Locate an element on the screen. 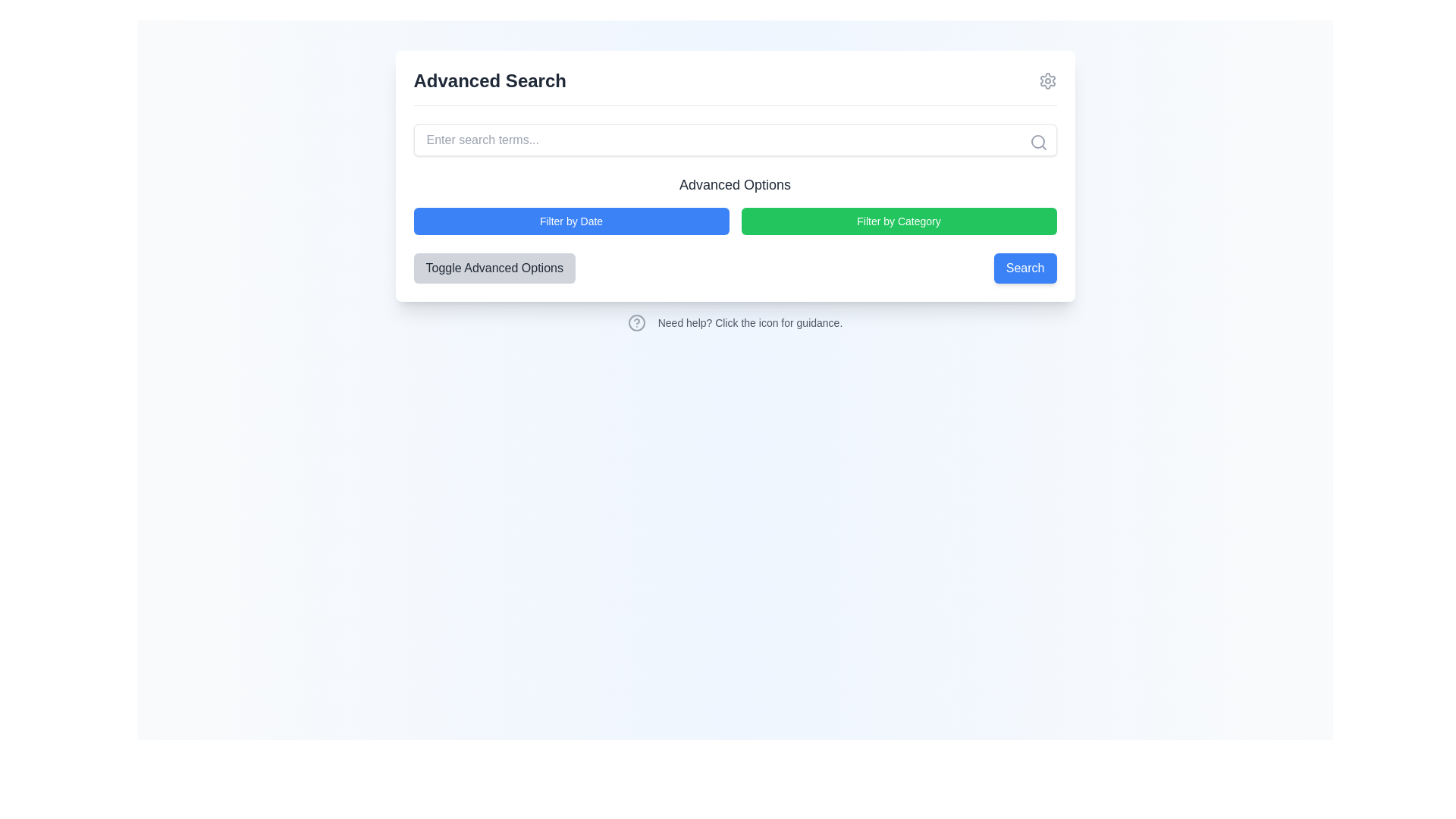 The image size is (1456, 819). the search icon, depicted as a magnifying glass, located to the right of the search input field to initiate a search is located at coordinates (1037, 143).